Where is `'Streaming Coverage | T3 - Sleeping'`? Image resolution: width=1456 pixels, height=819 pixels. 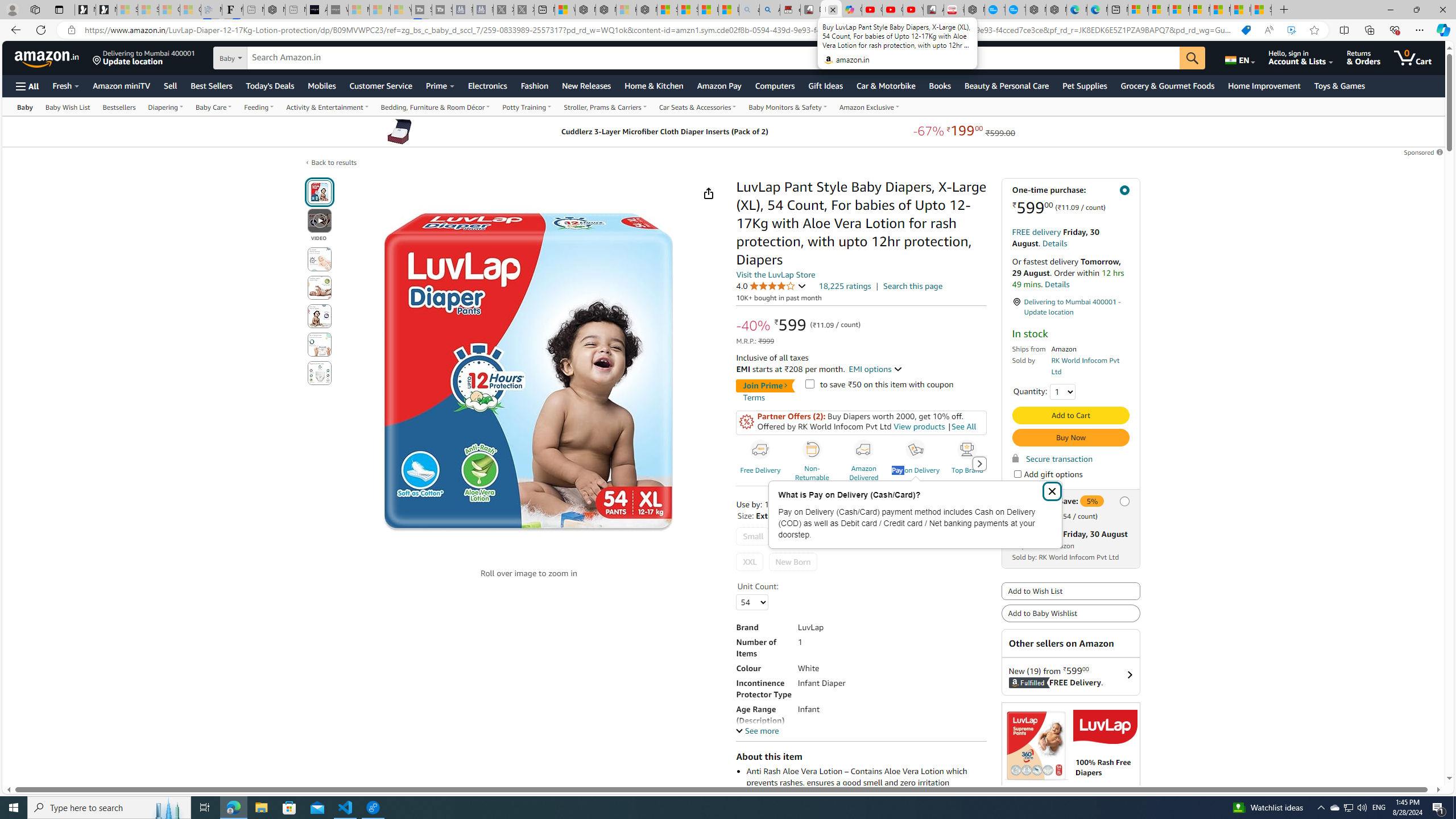
'Streaming Coverage | T3 - Sleeping' is located at coordinates (421, 9).